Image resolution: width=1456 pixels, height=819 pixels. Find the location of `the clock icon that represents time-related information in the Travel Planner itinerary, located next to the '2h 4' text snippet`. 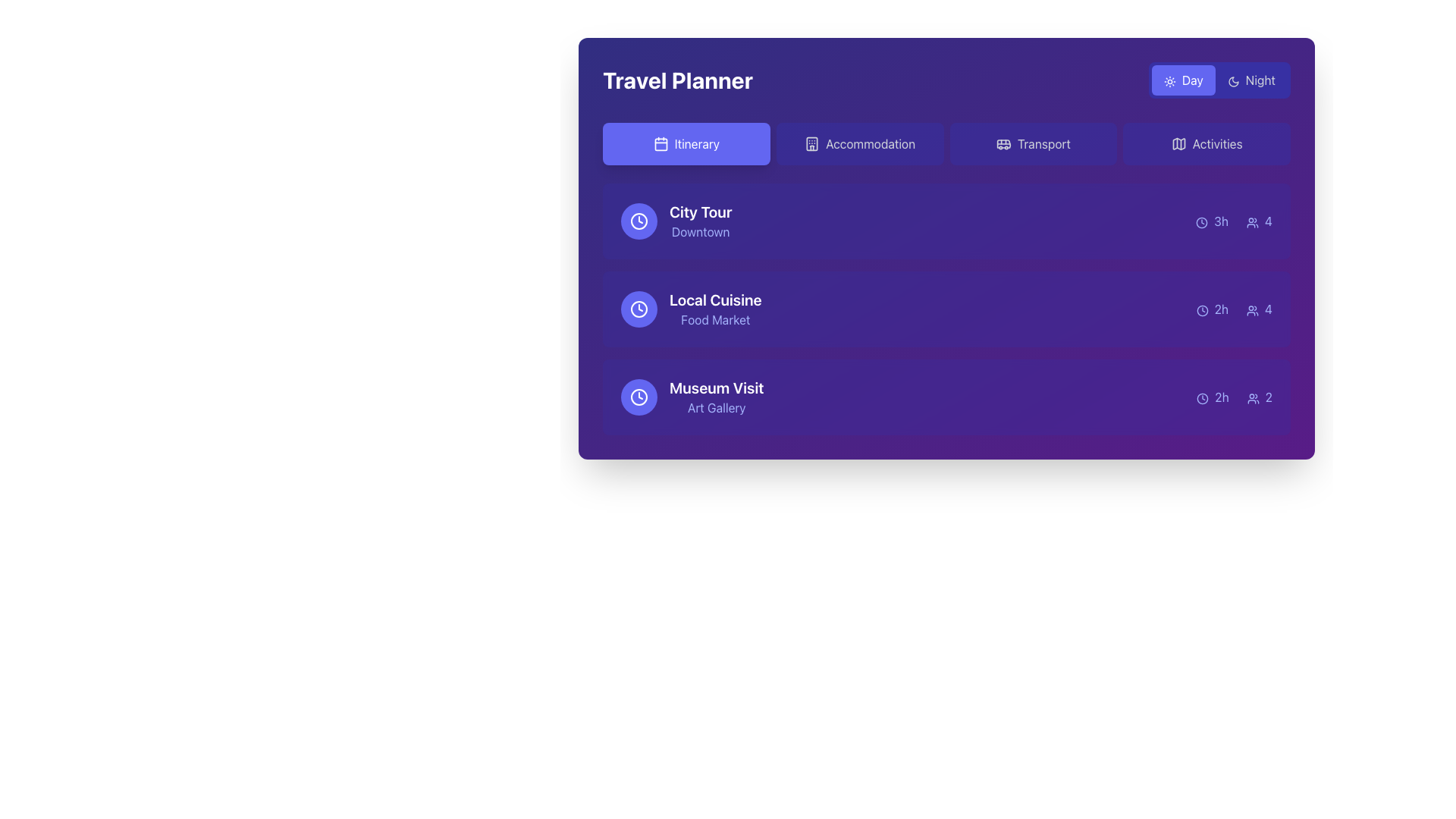

the clock icon that represents time-related information in the Travel Planner itinerary, located next to the '2h 4' text snippet is located at coordinates (1201, 309).